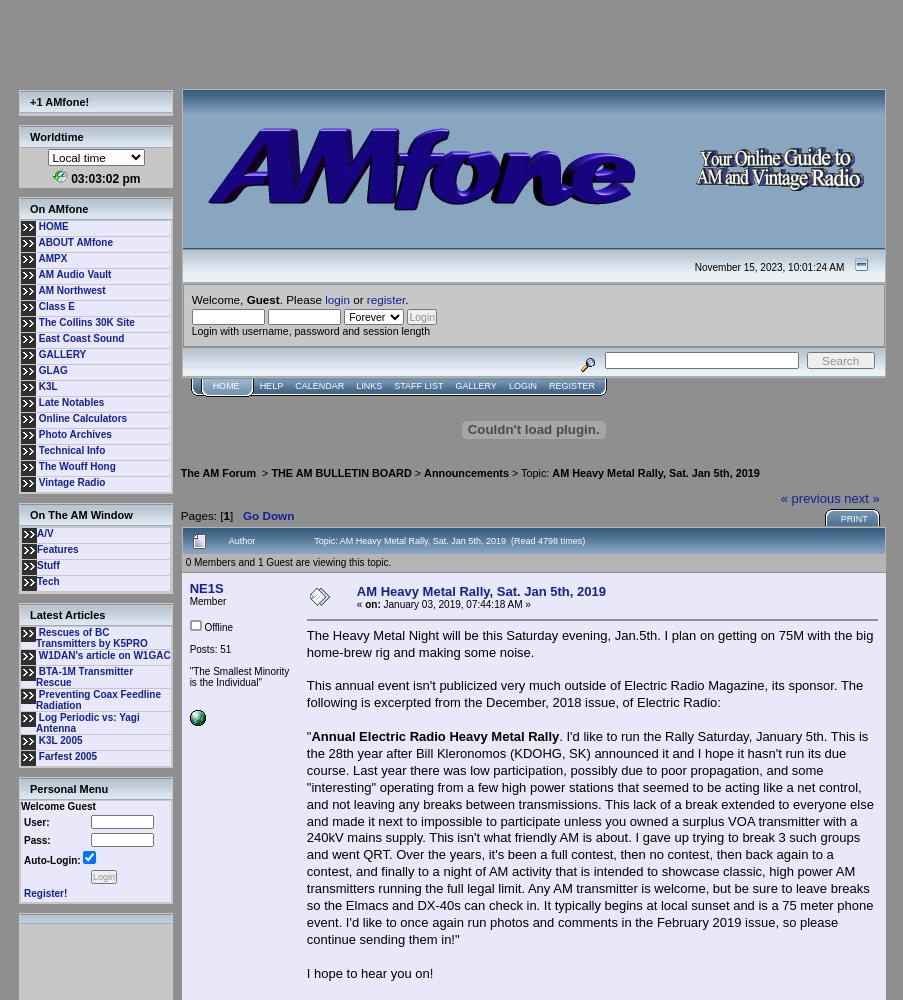 The width and height of the screenshot is (903, 1000). What do you see at coordinates (105, 179) in the screenshot?
I see `'03:03:02 pm'` at bounding box center [105, 179].